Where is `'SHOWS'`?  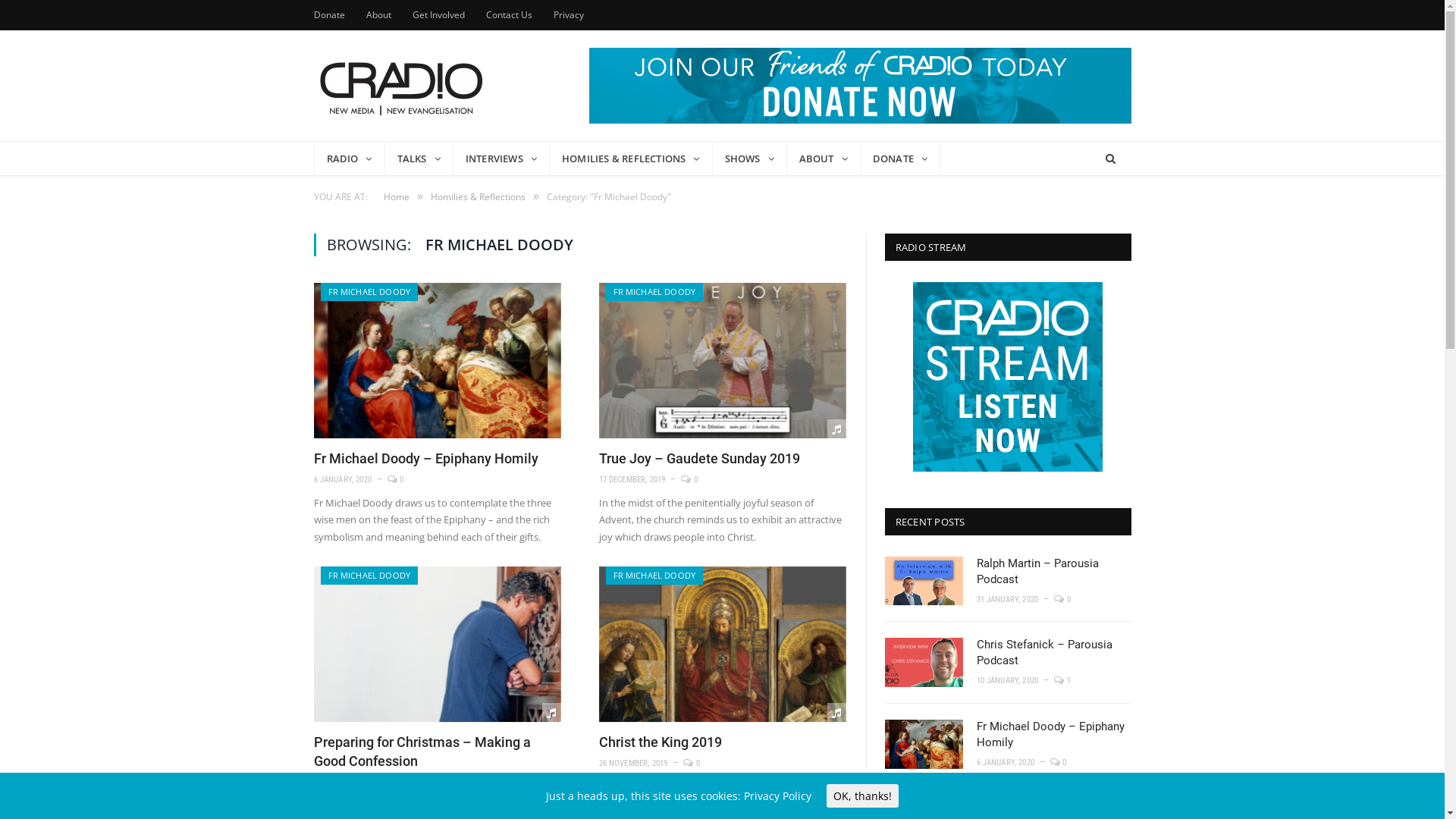 'SHOWS' is located at coordinates (749, 158).